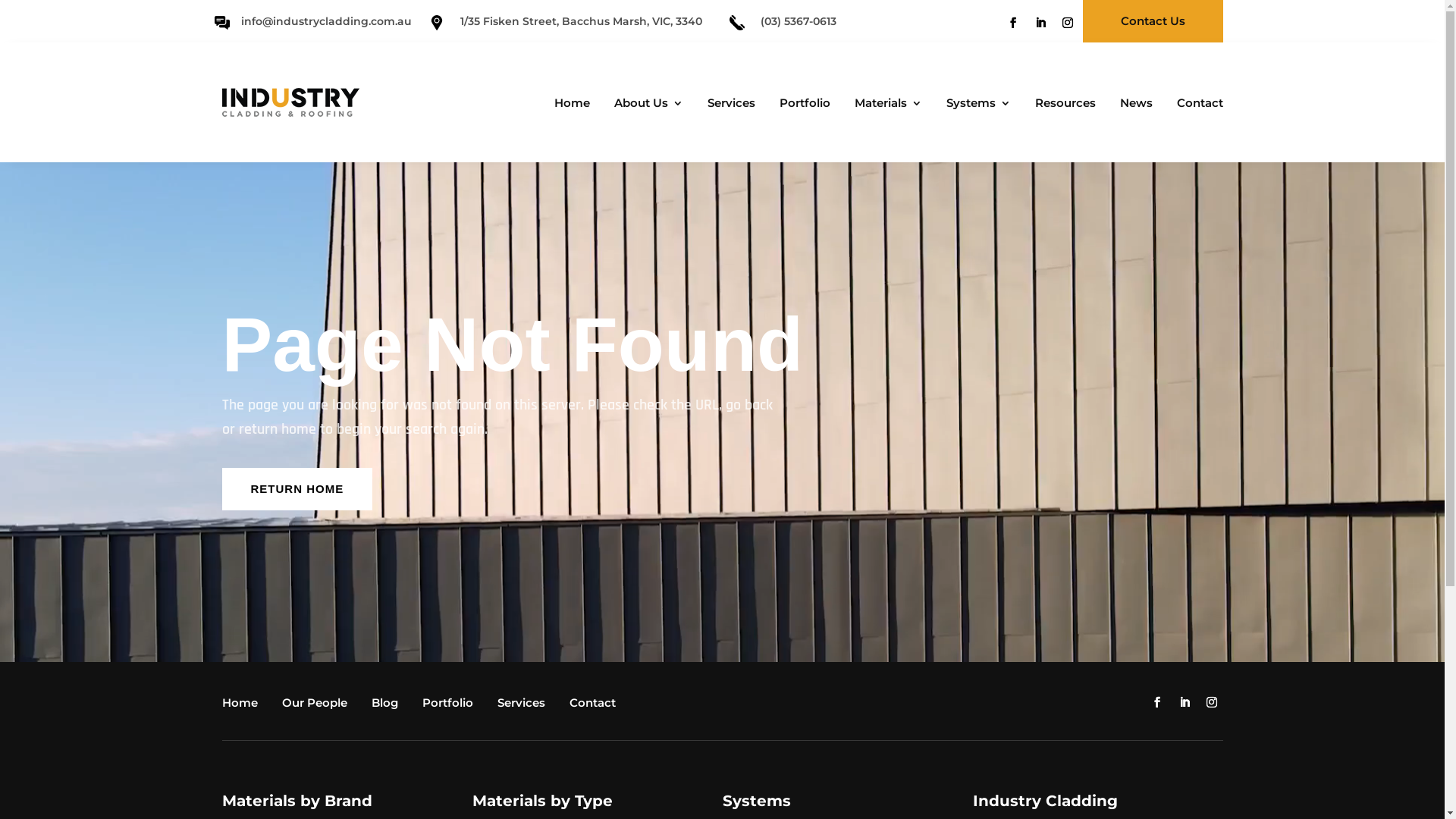  Describe the element at coordinates (525, 705) in the screenshot. I see `'Services'` at that location.